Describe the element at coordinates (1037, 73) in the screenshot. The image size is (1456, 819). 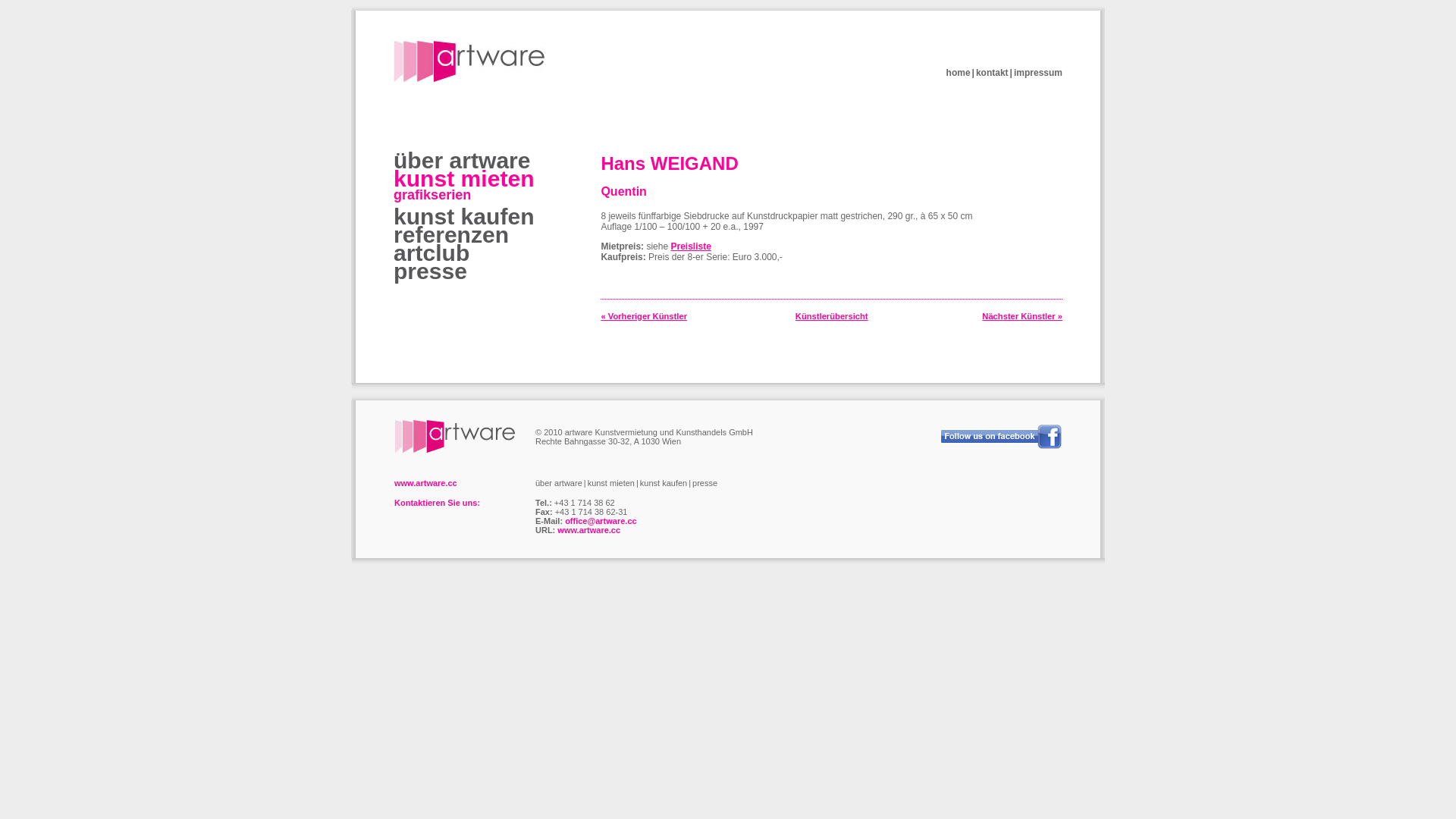
I see `'impressum'` at that location.